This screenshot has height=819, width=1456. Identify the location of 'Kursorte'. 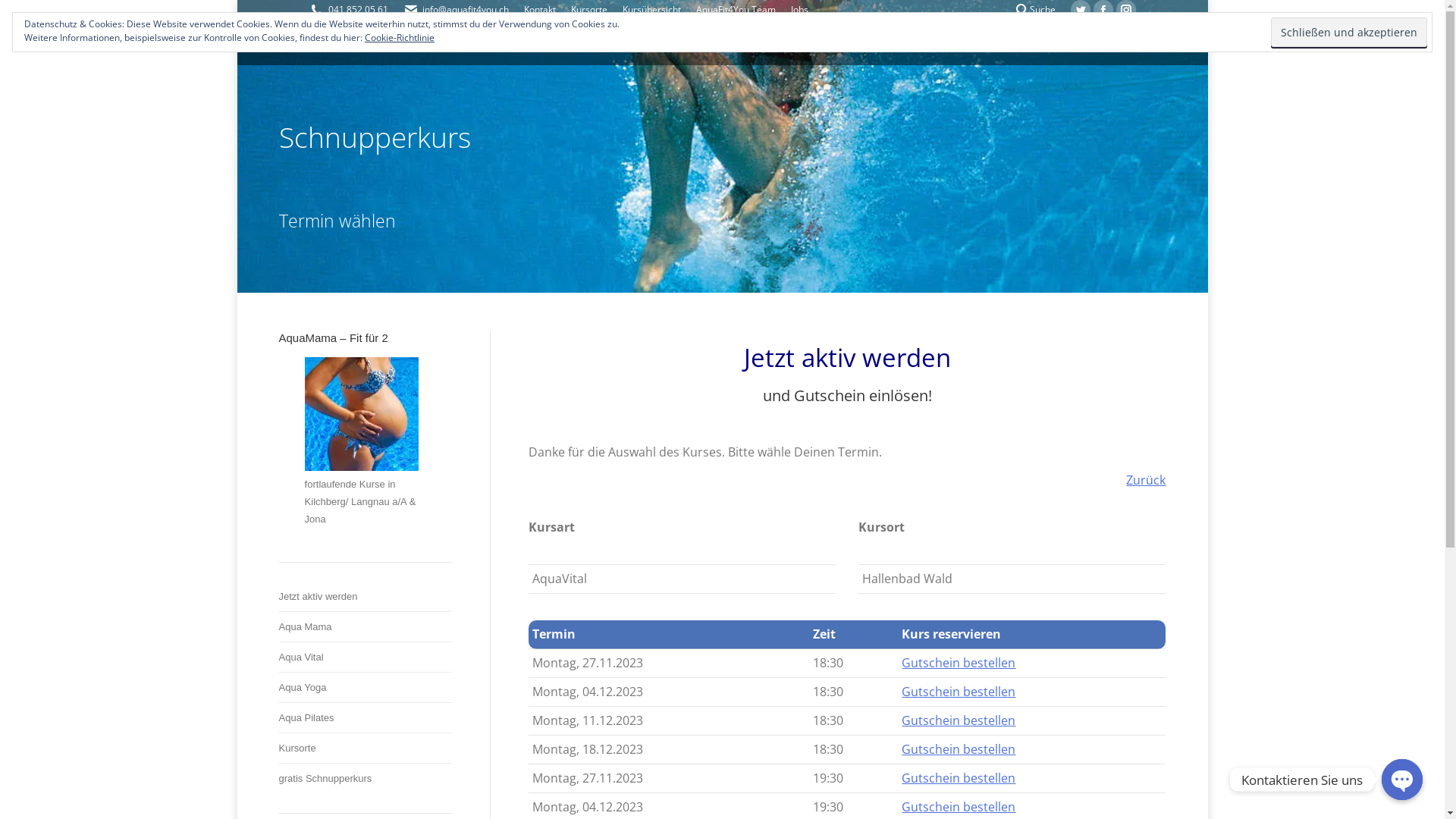
(588, 9).